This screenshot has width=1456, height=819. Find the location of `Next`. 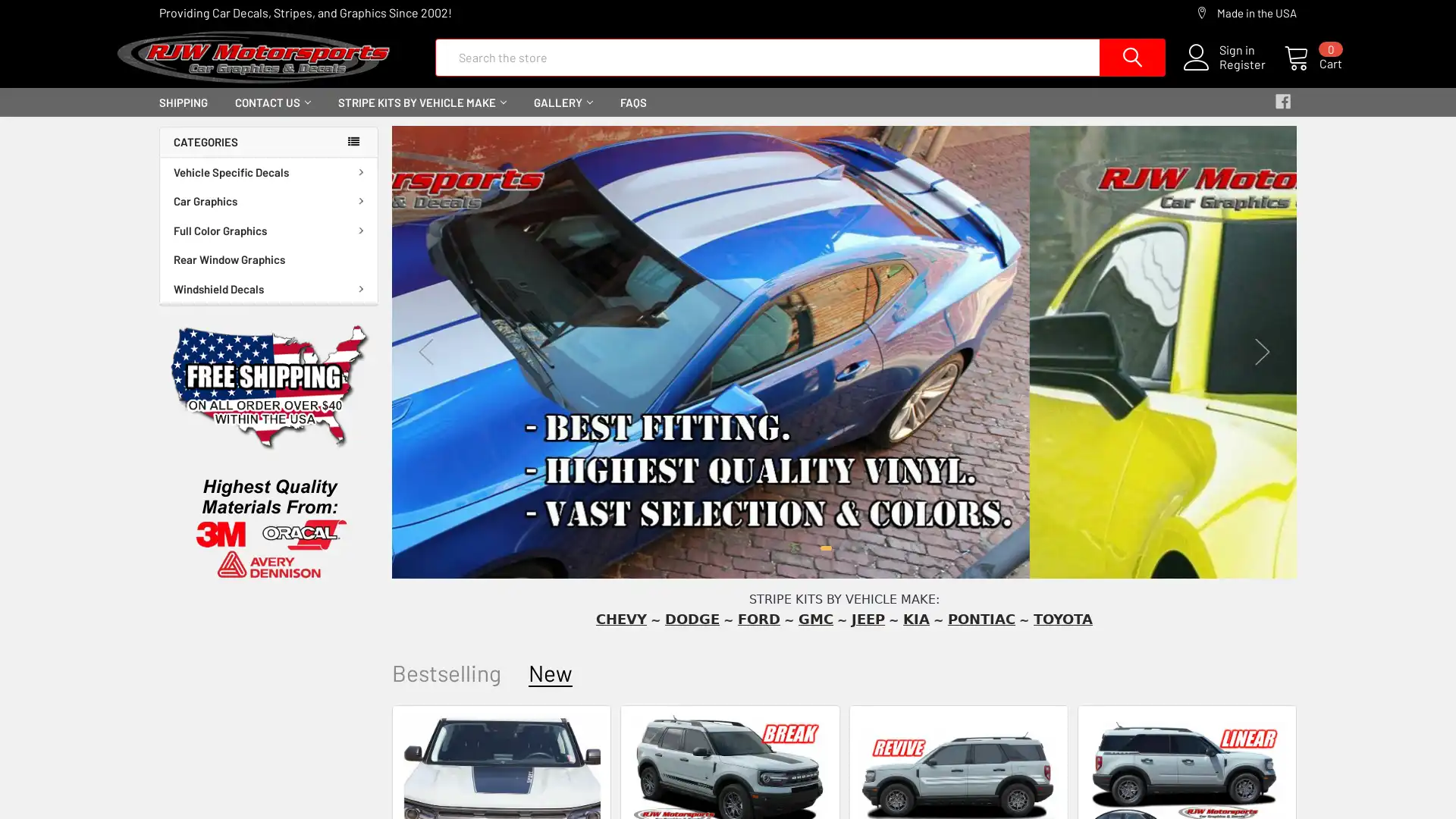

Next is located at coordinates (1263, 365).